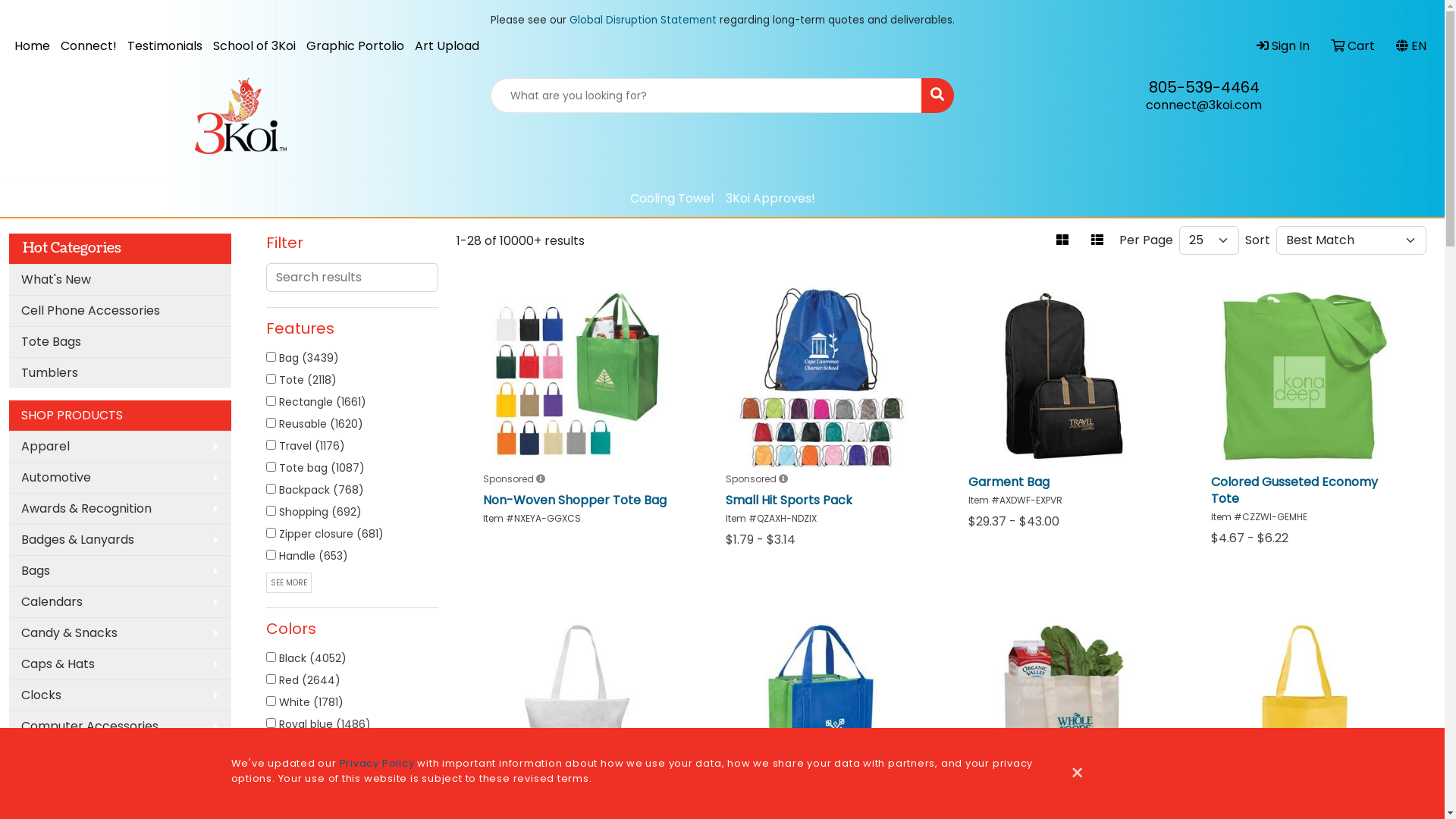 The height and width of the screenshot is (819, 1456). Describe the element at coordinates (119, 476) in the screenshot. I see `'Automotive'` at that location.